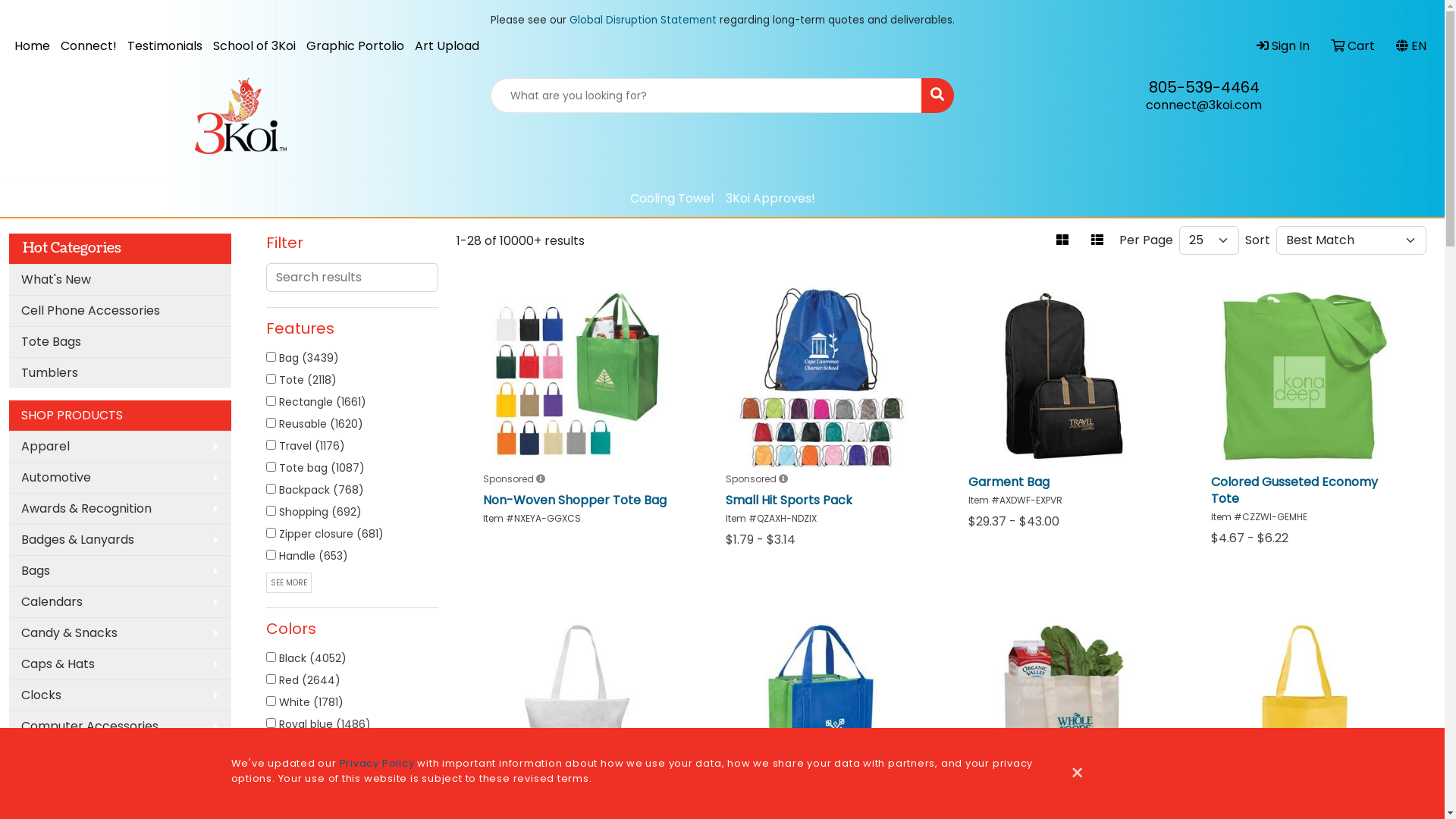 The height and width of the screenshot is (819, 1456). Describe the element at coordinates (119, 476) in the screenshot. I see `'Automotive'` at that location.